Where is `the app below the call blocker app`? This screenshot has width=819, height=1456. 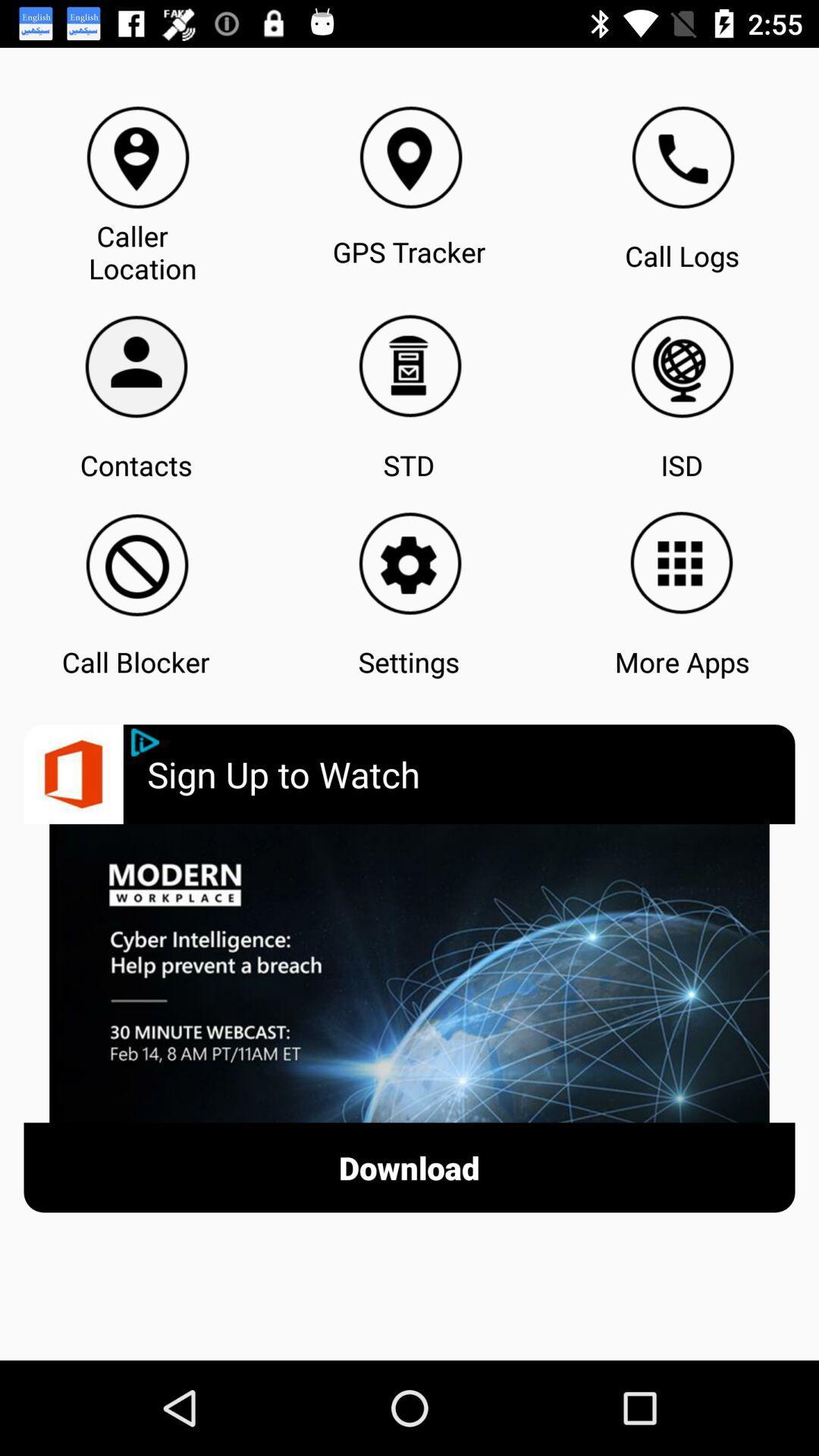
the app below the call blocker app is located at coordinates (470, 774).